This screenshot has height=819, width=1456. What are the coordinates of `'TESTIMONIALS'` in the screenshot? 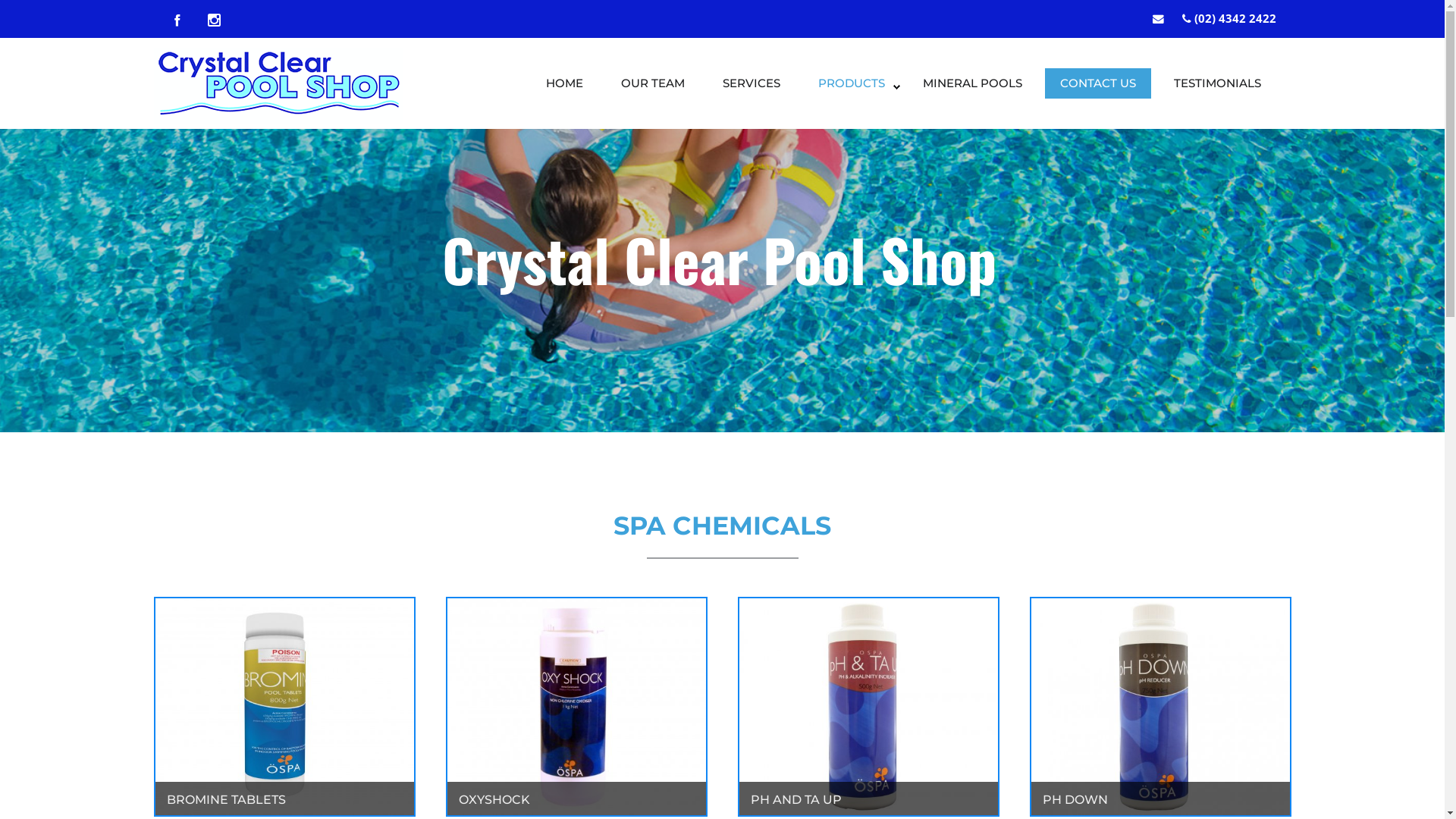 It's located at (1217, 87).